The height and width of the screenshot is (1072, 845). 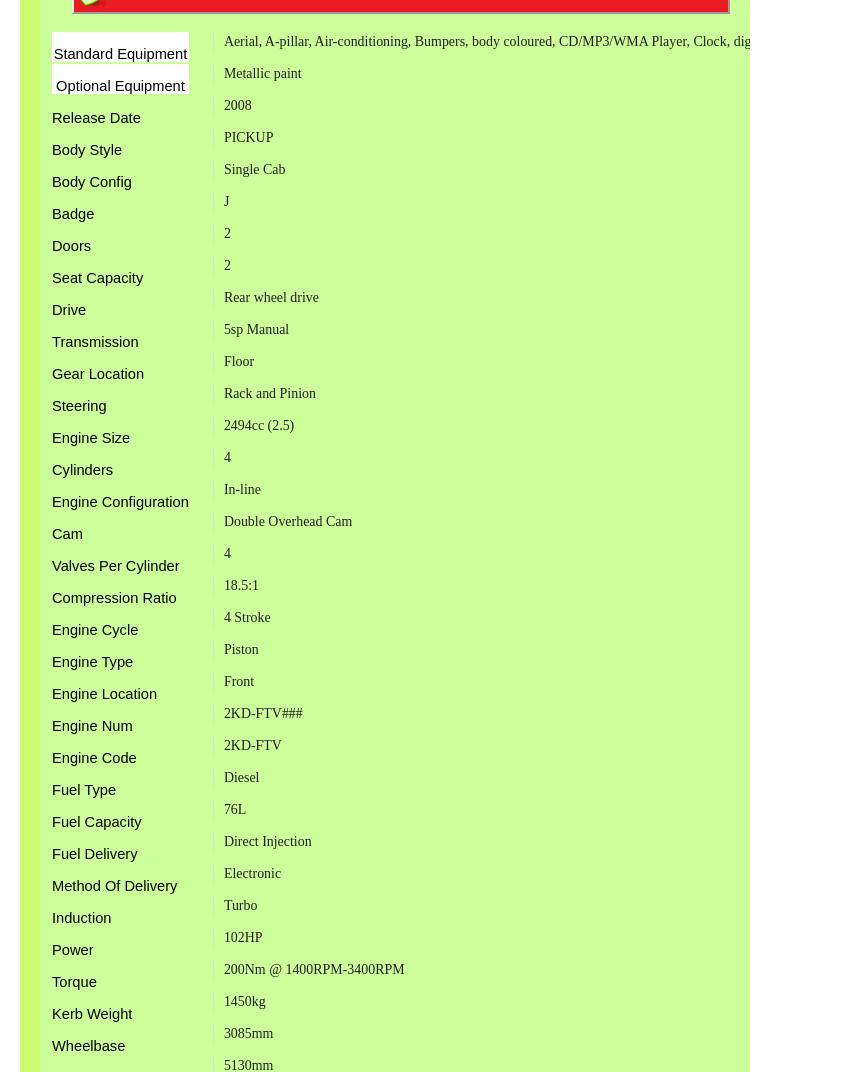 What do you see at coordinates (93, 758) in the screenshot?
I see `'Engine Code'` at bounding box center [93, 758].